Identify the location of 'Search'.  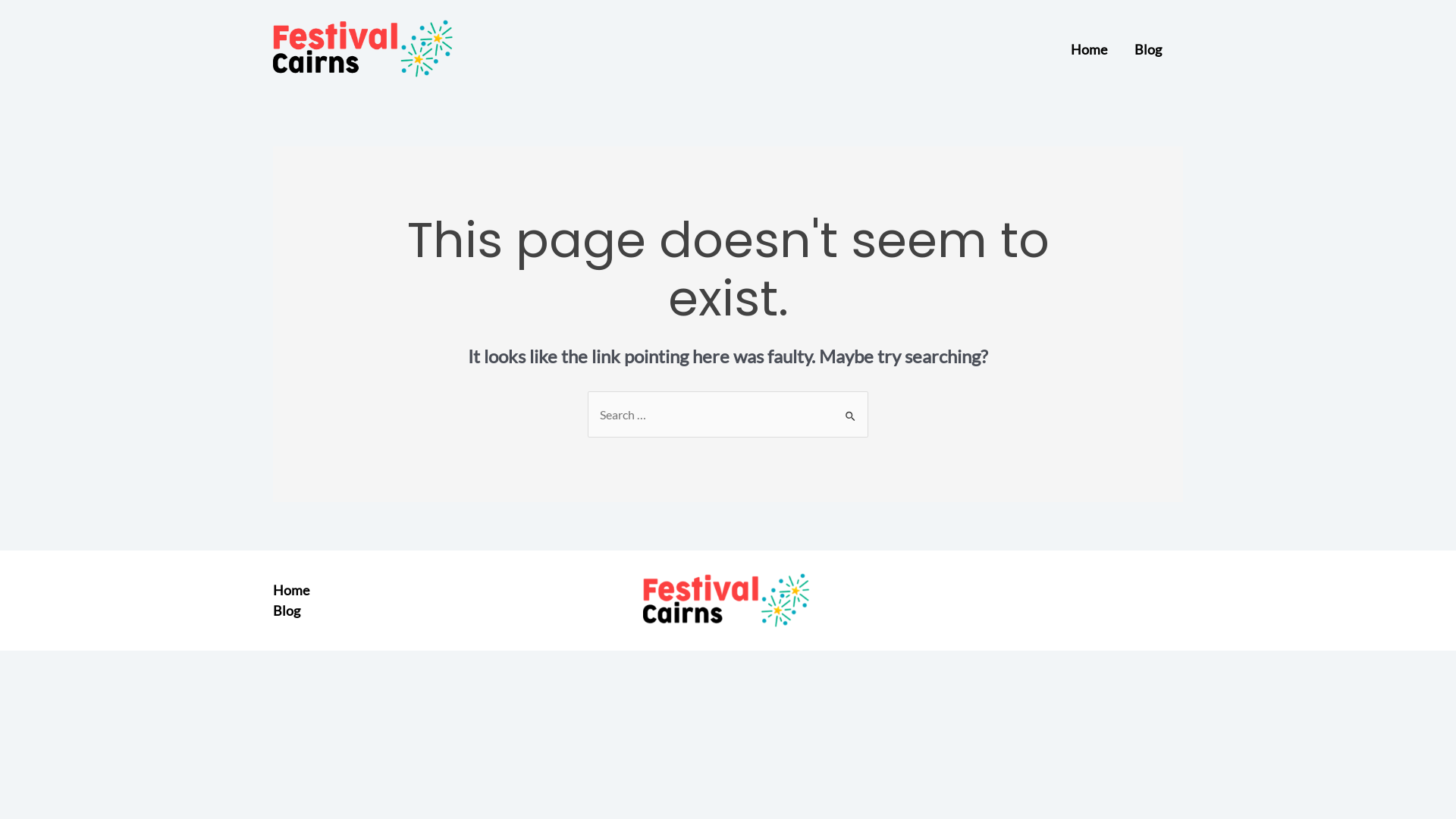
(851, 412).